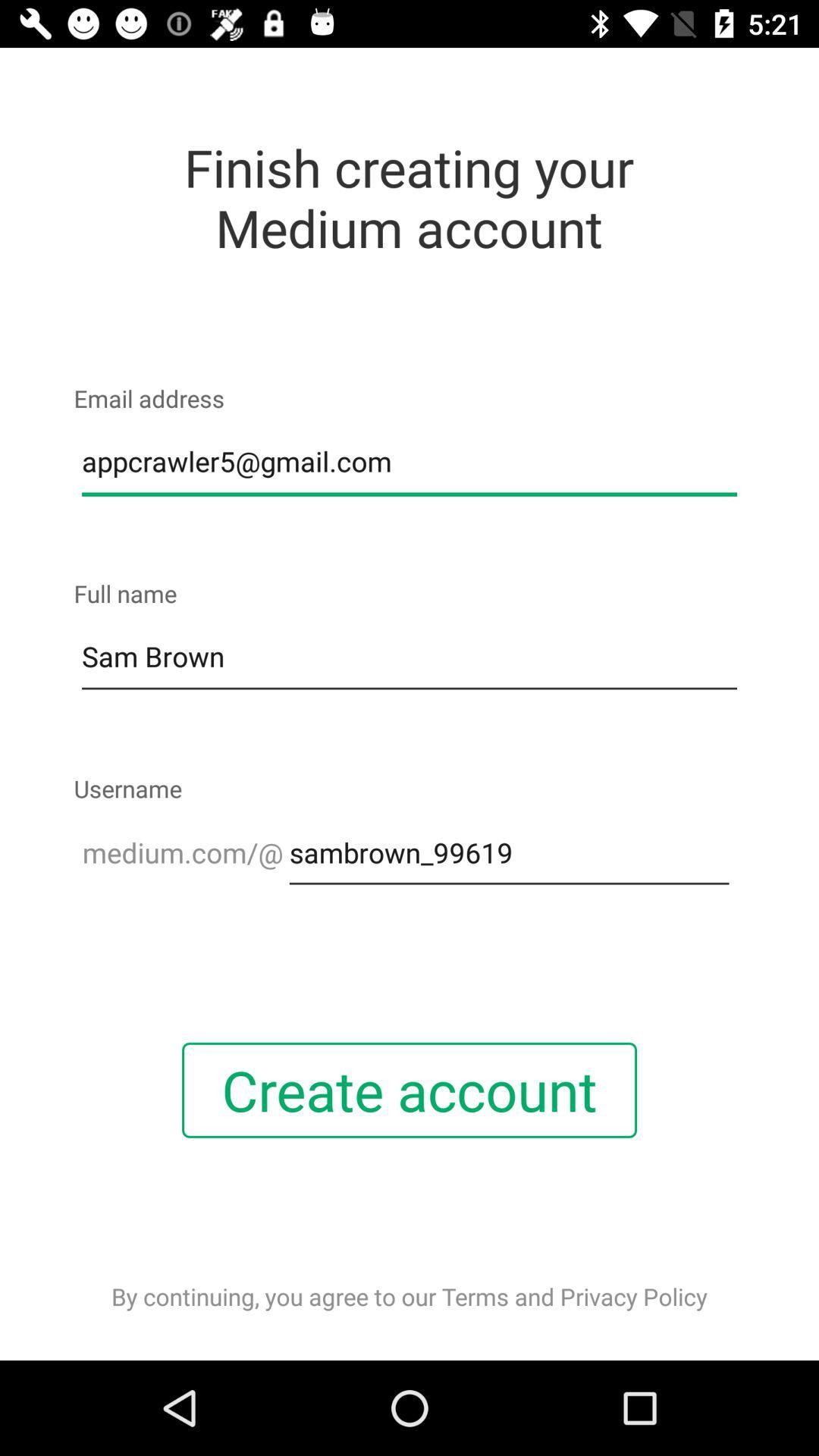 The image size is (819, 1456). What do you see at coordinates (409, 657) in the screenshot?
I see `item below the full name icon` at bounding box center [409, 657].